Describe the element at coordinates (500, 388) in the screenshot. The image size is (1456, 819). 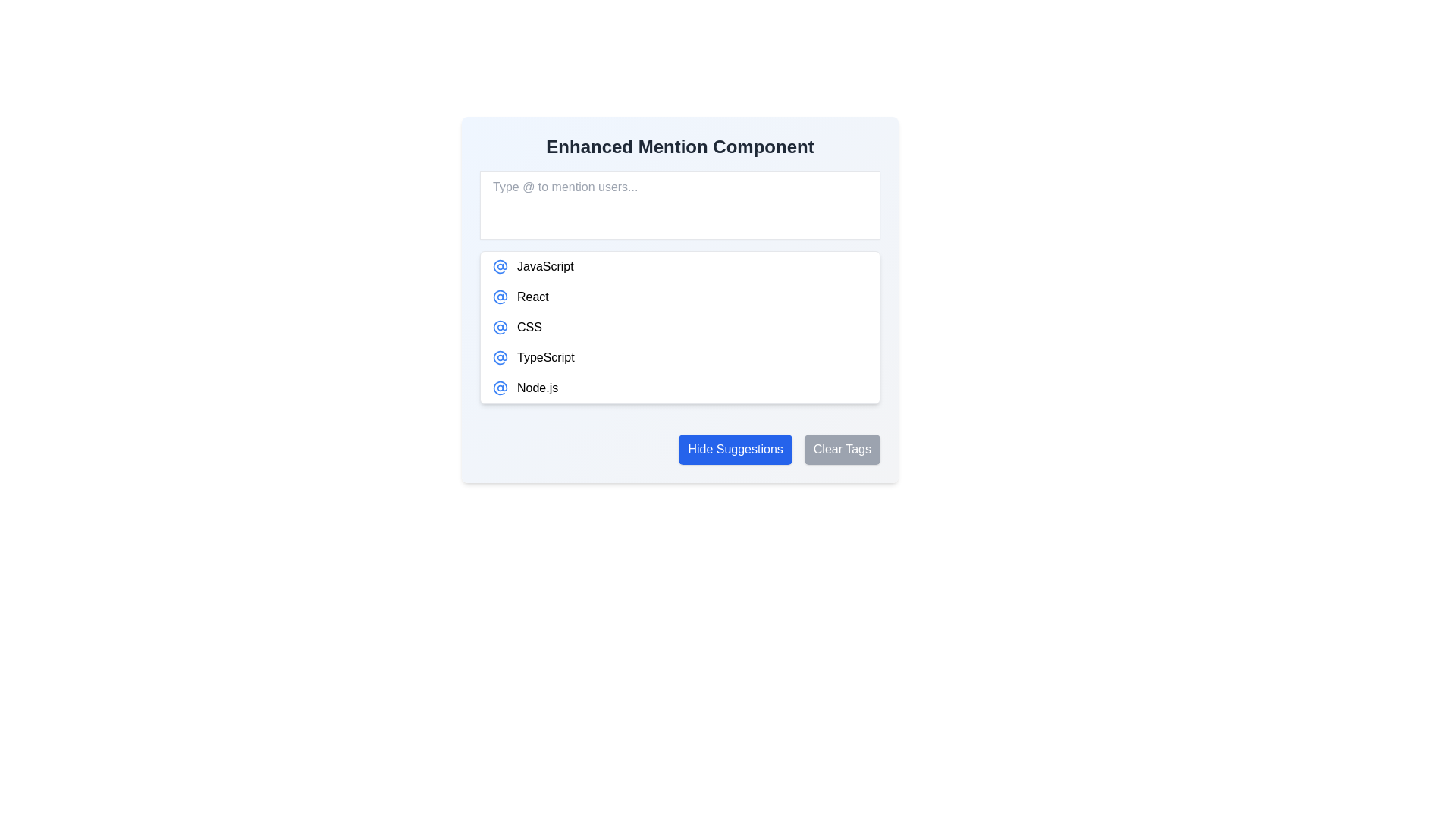
I see `the circular '@' icon with a blue outline, located to the left of the text 'Node.js' in the last entry of a vertically stacked list in a white drop-down panel below the input field labeled 'Type @ to mention users...'` at that location.